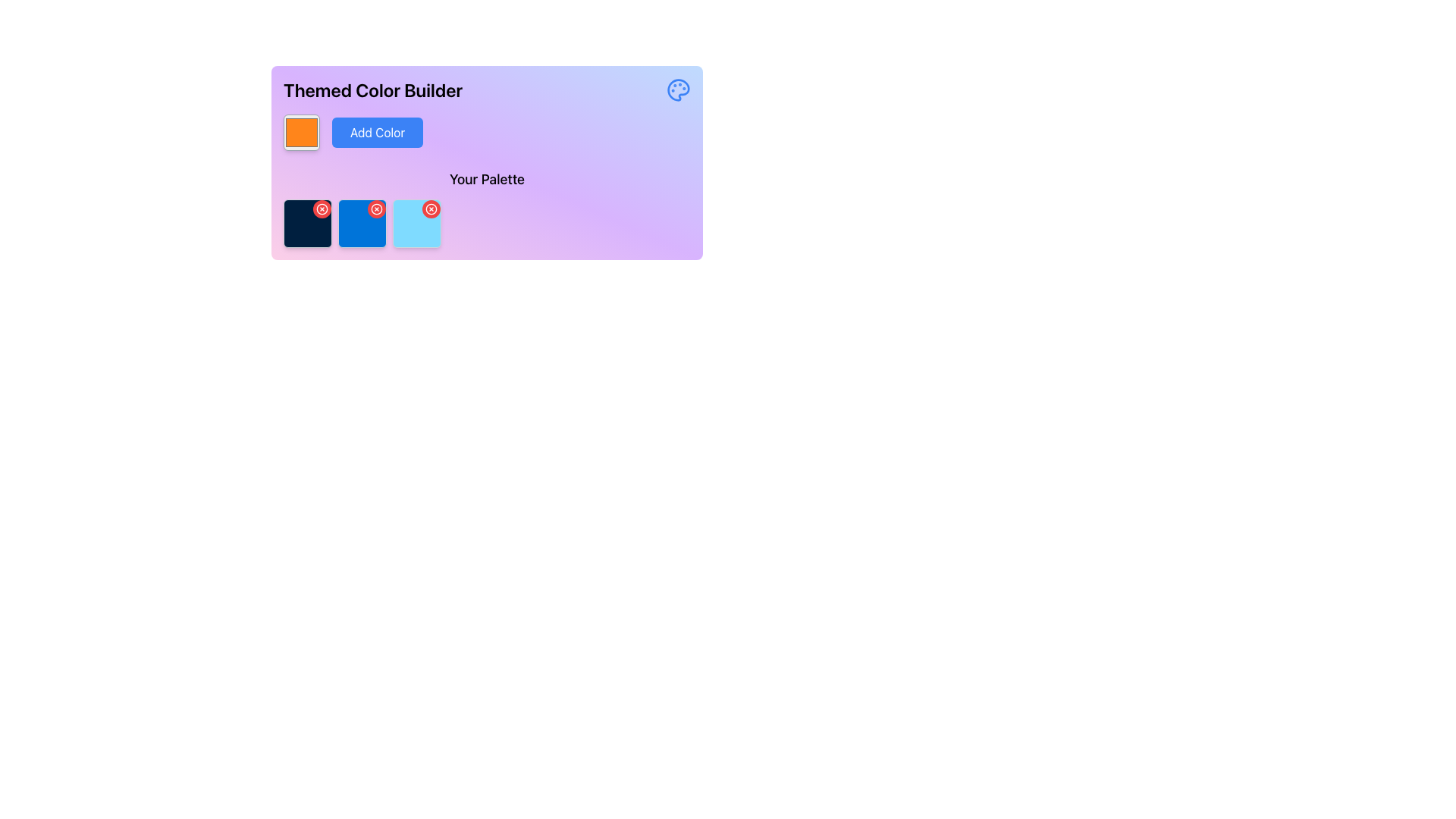 This screenshot has width=1456, height=819. What do you see at coordinates (487, 178) in the screenshot?
I see `the static text label located at the bottom area of the color-building section, which serves as a heading for the color preview squares` at bounding box center [487, 178].